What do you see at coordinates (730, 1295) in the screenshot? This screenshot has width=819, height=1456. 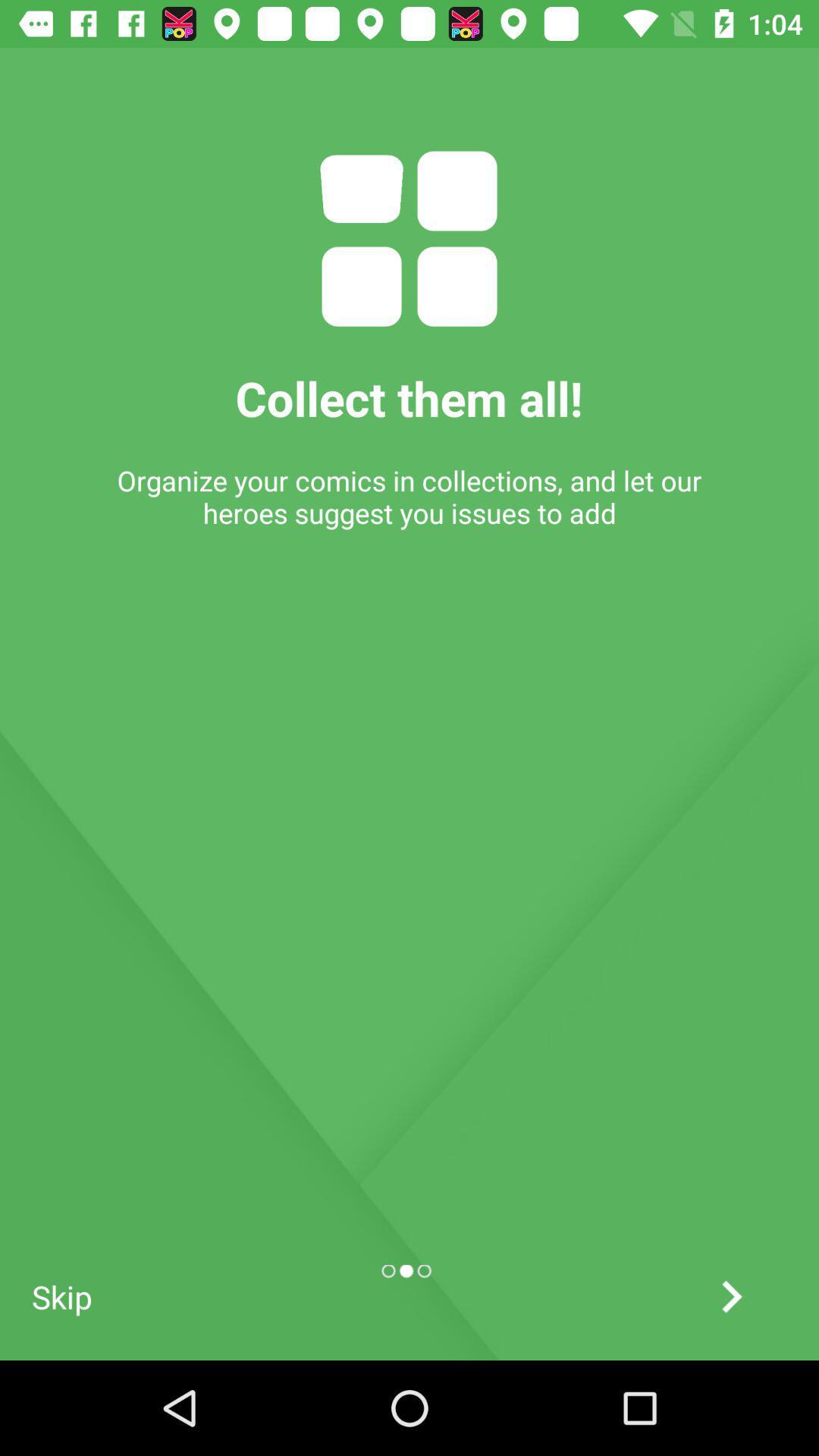 I see `the arrow_forward icon` at bounding box center [730, 1295].